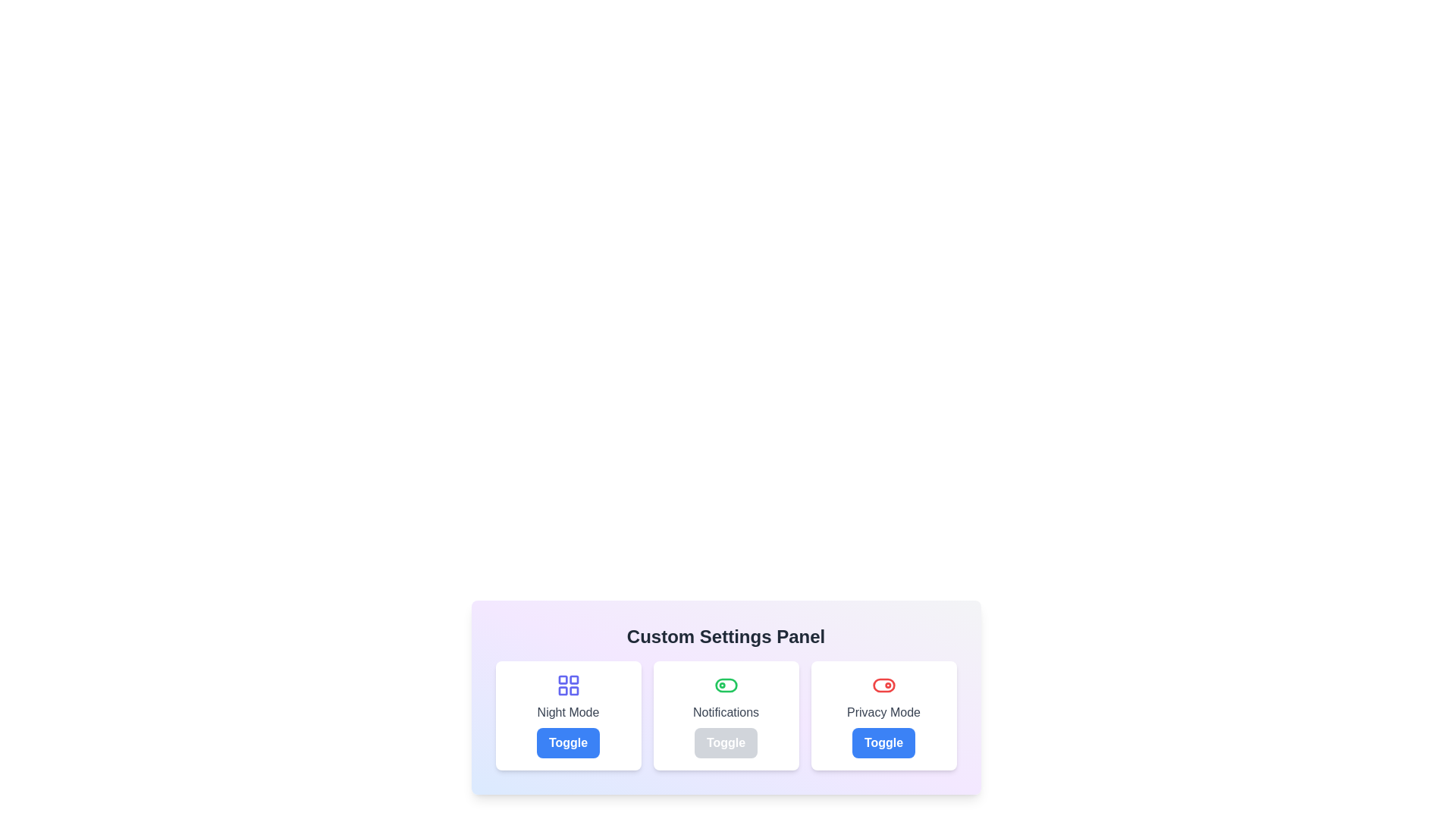 The height and width of the screenshot is (819, 1456). I want to click on the 'Privacy Mode' toggle button, so click(883, 742).